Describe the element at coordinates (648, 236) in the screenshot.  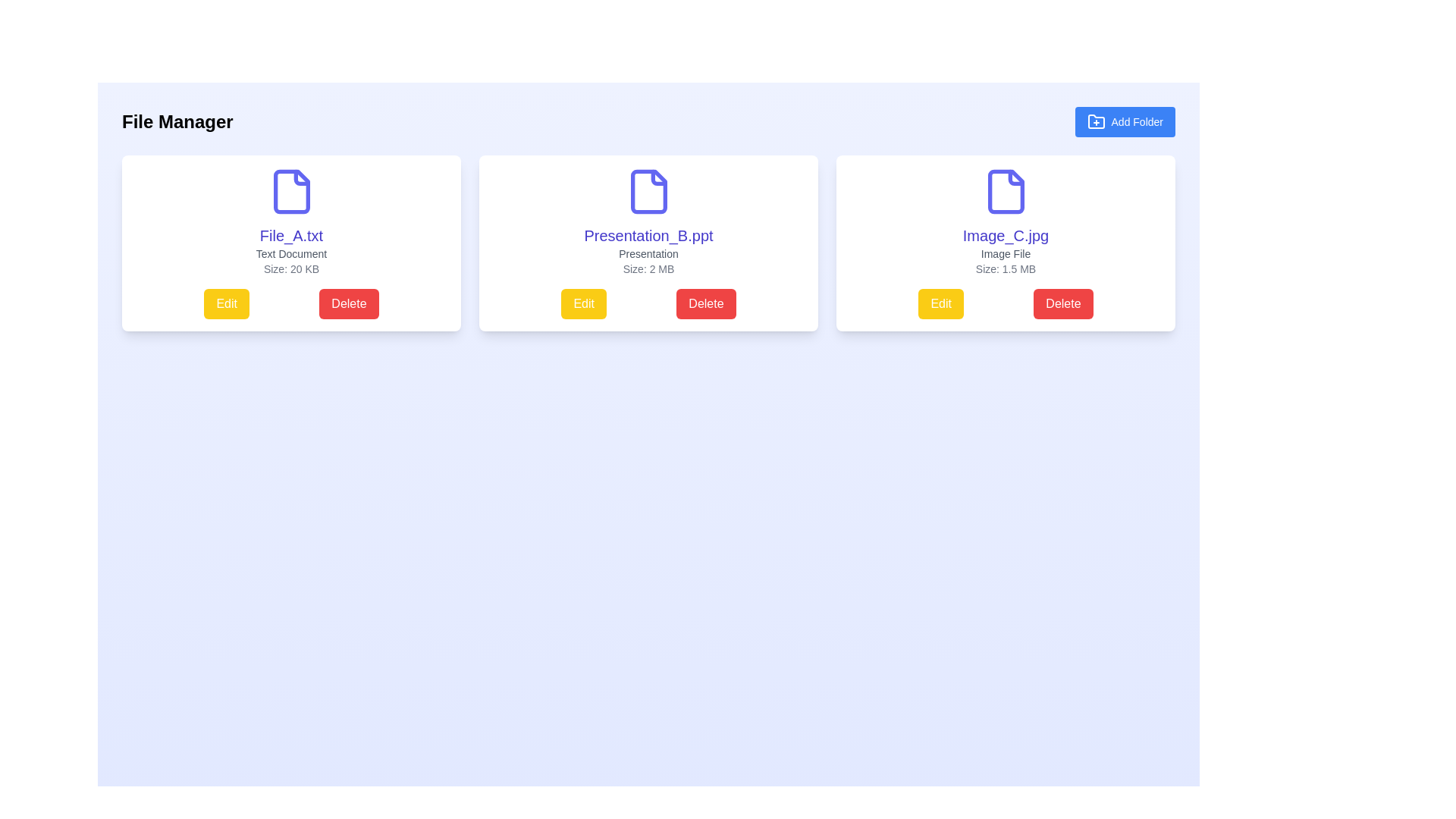
I see `the text label displaying the file title 'Presentation_B.ppt'` at that location.